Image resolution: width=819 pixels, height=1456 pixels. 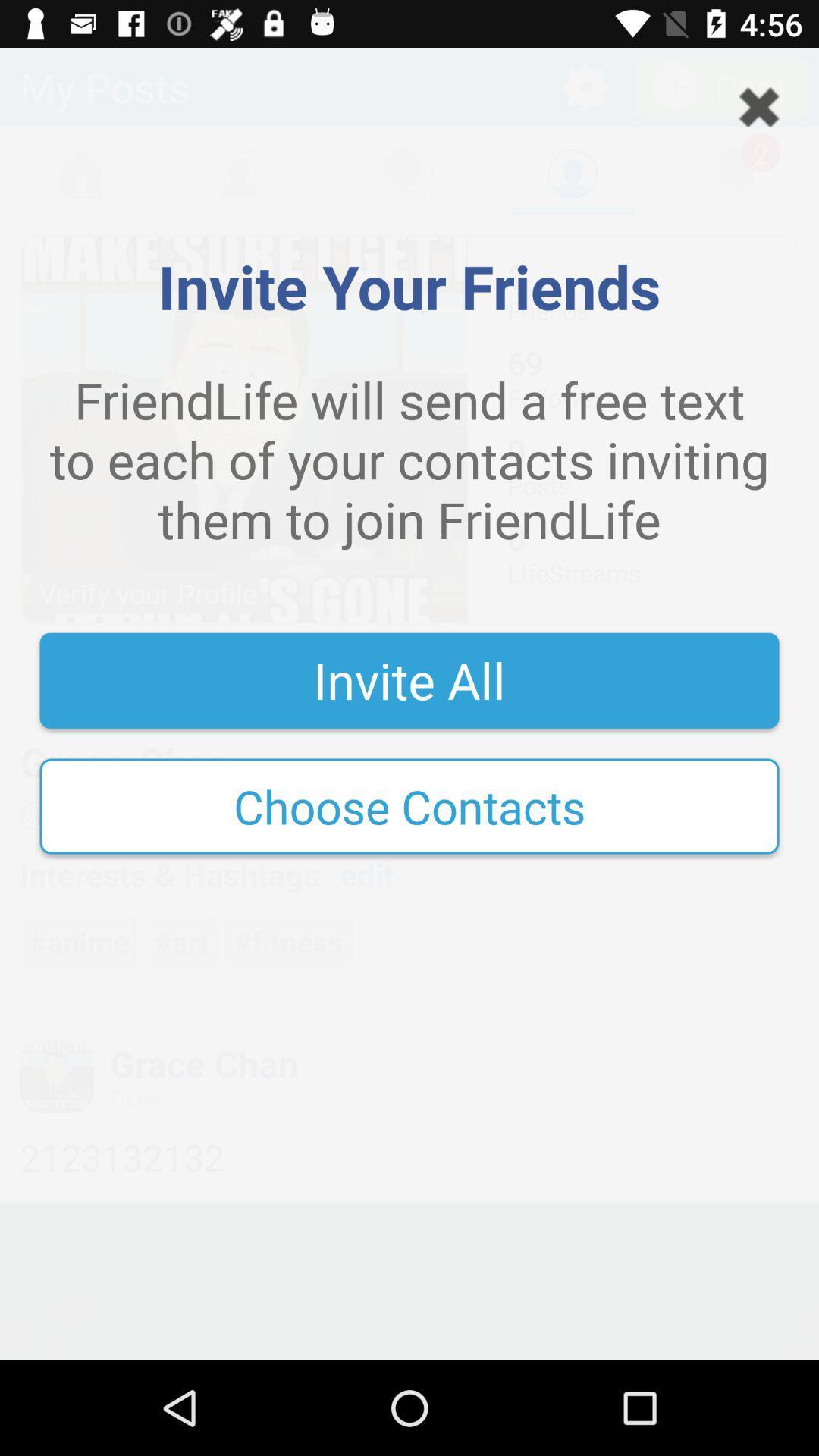 What do you see at coordinates (409, 805) in the screenshot?
I see `the icon below the invite all item` at bounding box center [409, 805].